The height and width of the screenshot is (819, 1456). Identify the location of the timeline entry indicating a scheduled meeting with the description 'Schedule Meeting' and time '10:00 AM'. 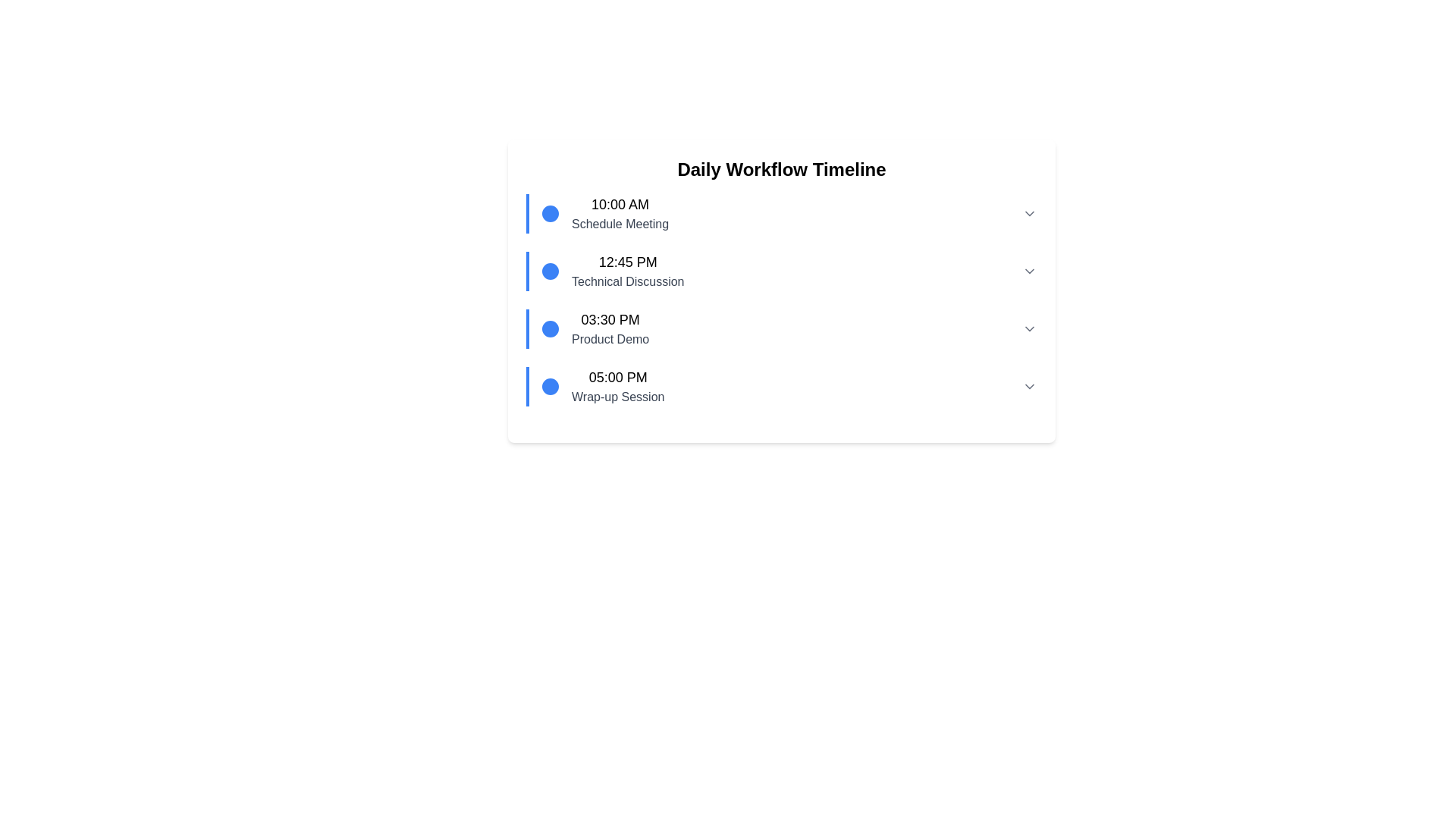
(604, 213).